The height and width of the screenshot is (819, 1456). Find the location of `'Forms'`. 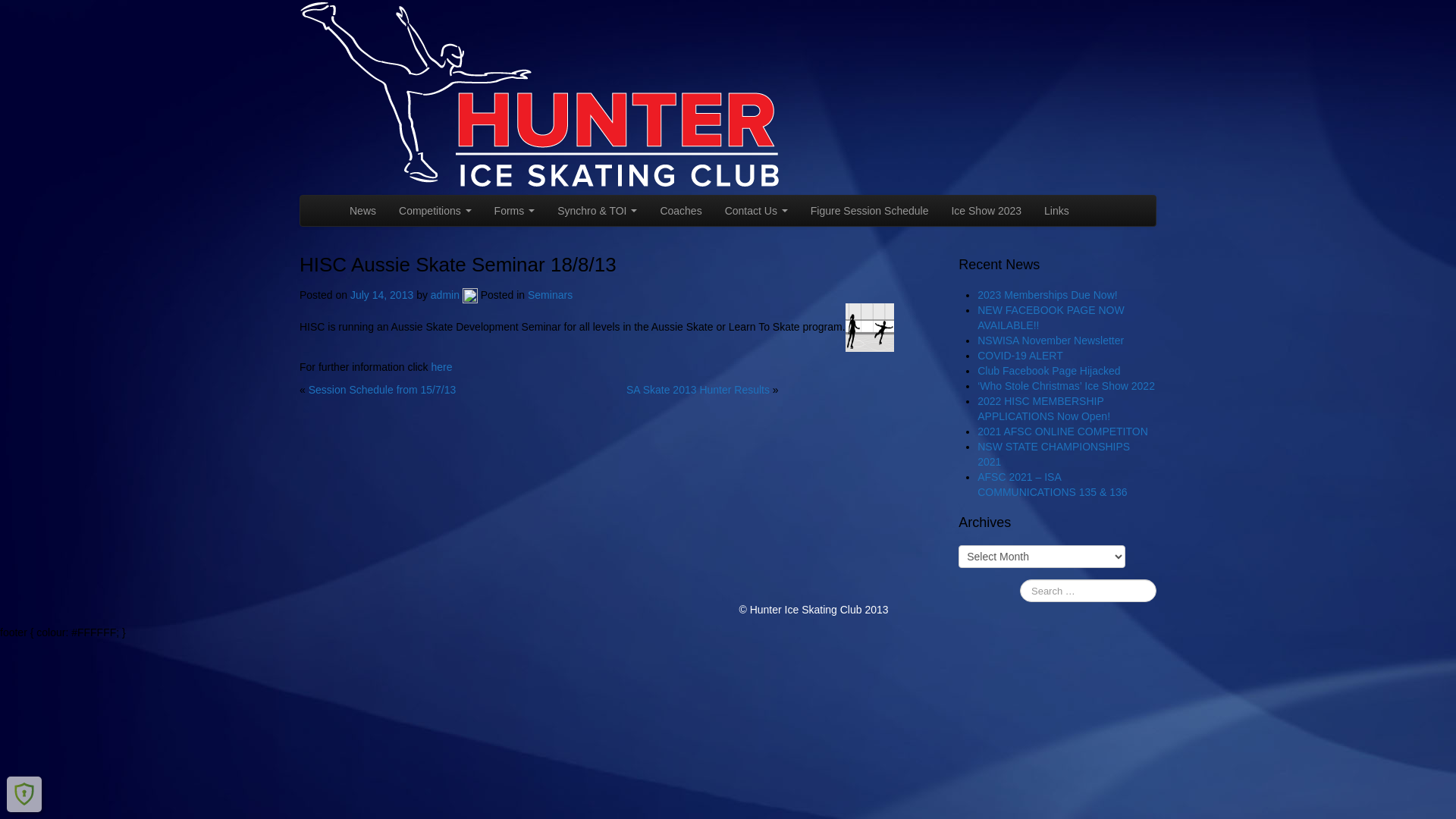

'Forms' is located at coordinates (514, 210).